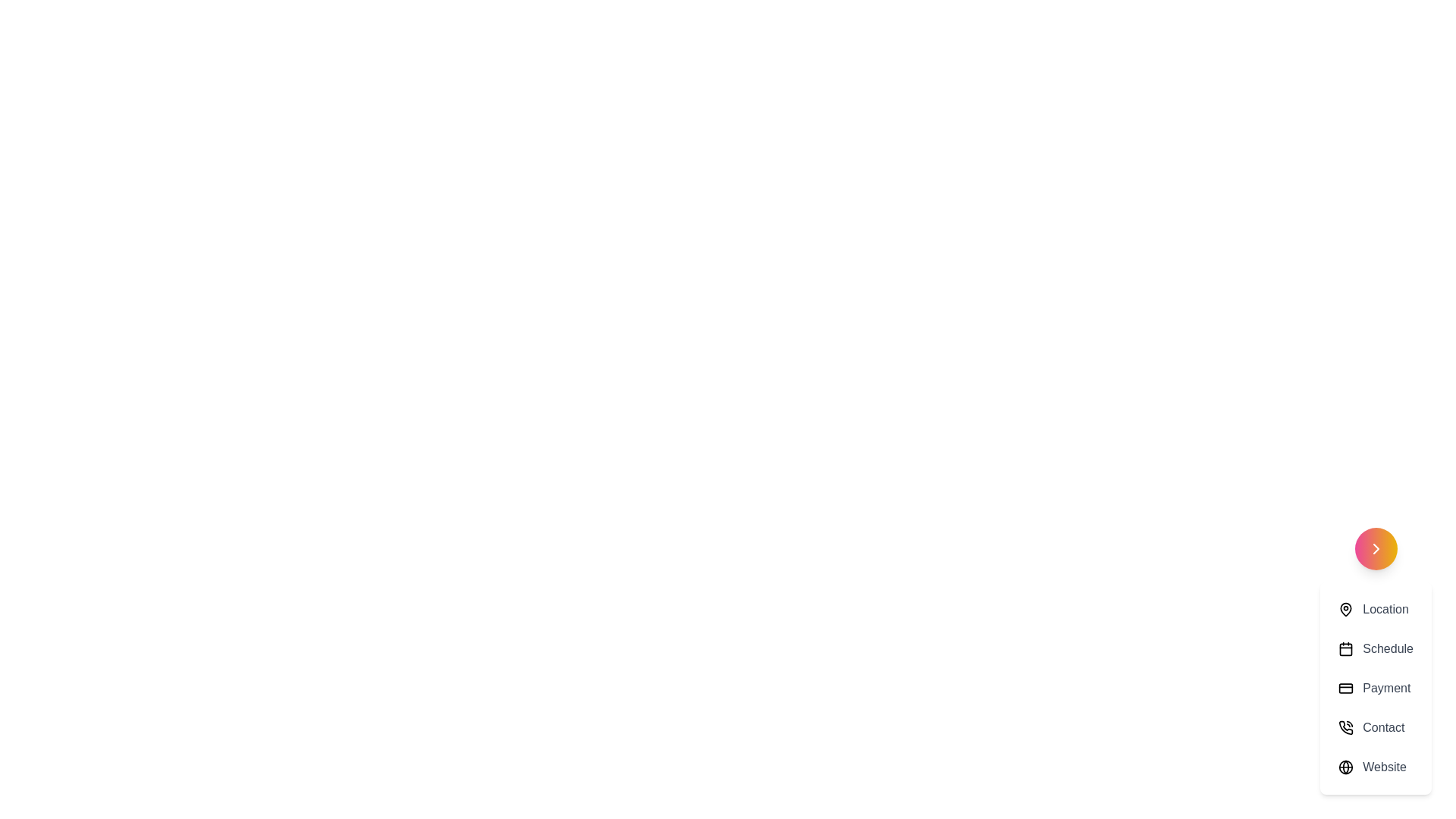 This screenshot has width=1456, height=819. Describe the element at coordinates (1376, 648) in the screenshot. I see `the menu option Schedule` at that location.